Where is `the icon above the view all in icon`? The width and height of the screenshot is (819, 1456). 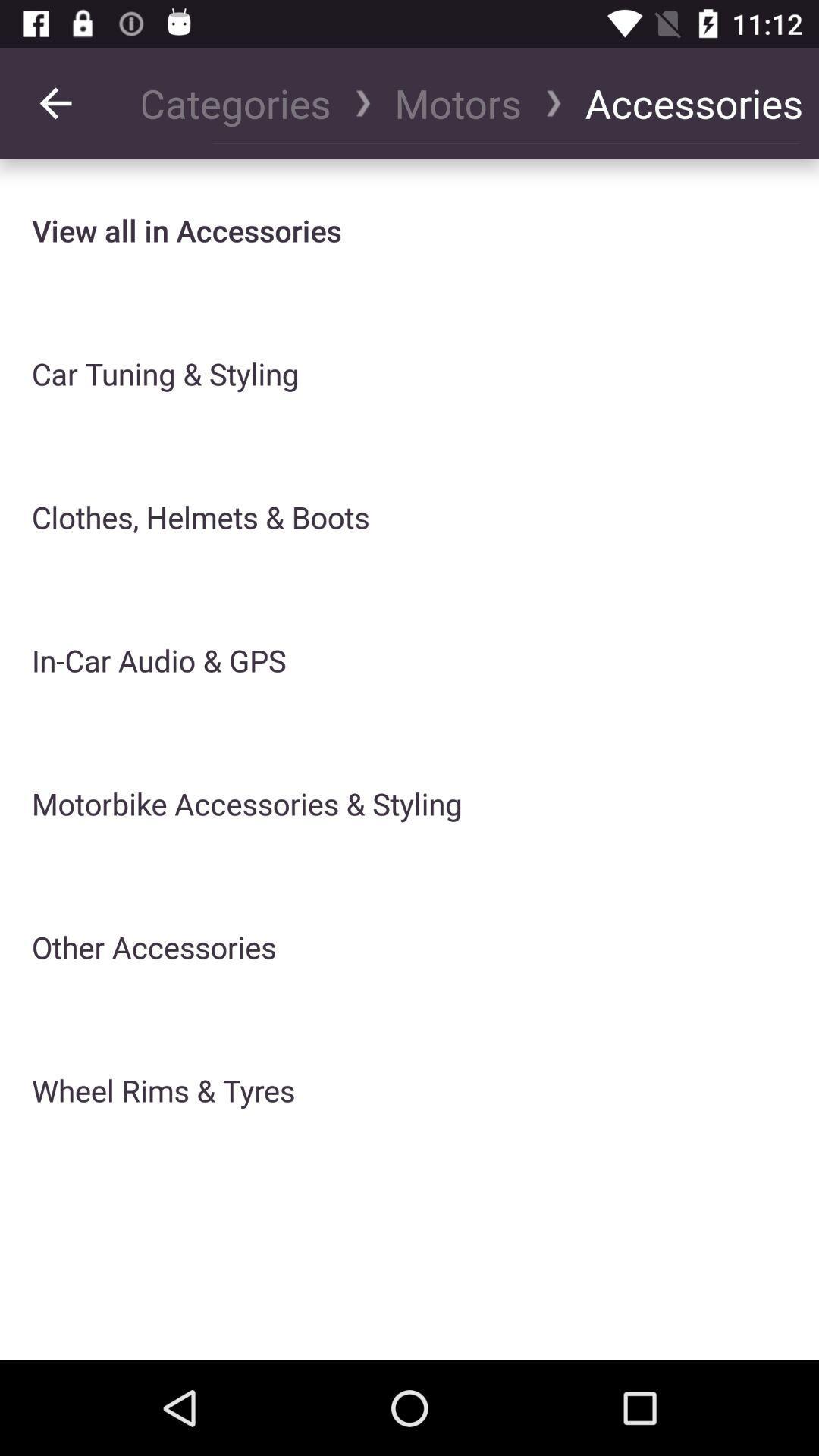 the icon above the view all in icon is located at coordinates (244, 102).